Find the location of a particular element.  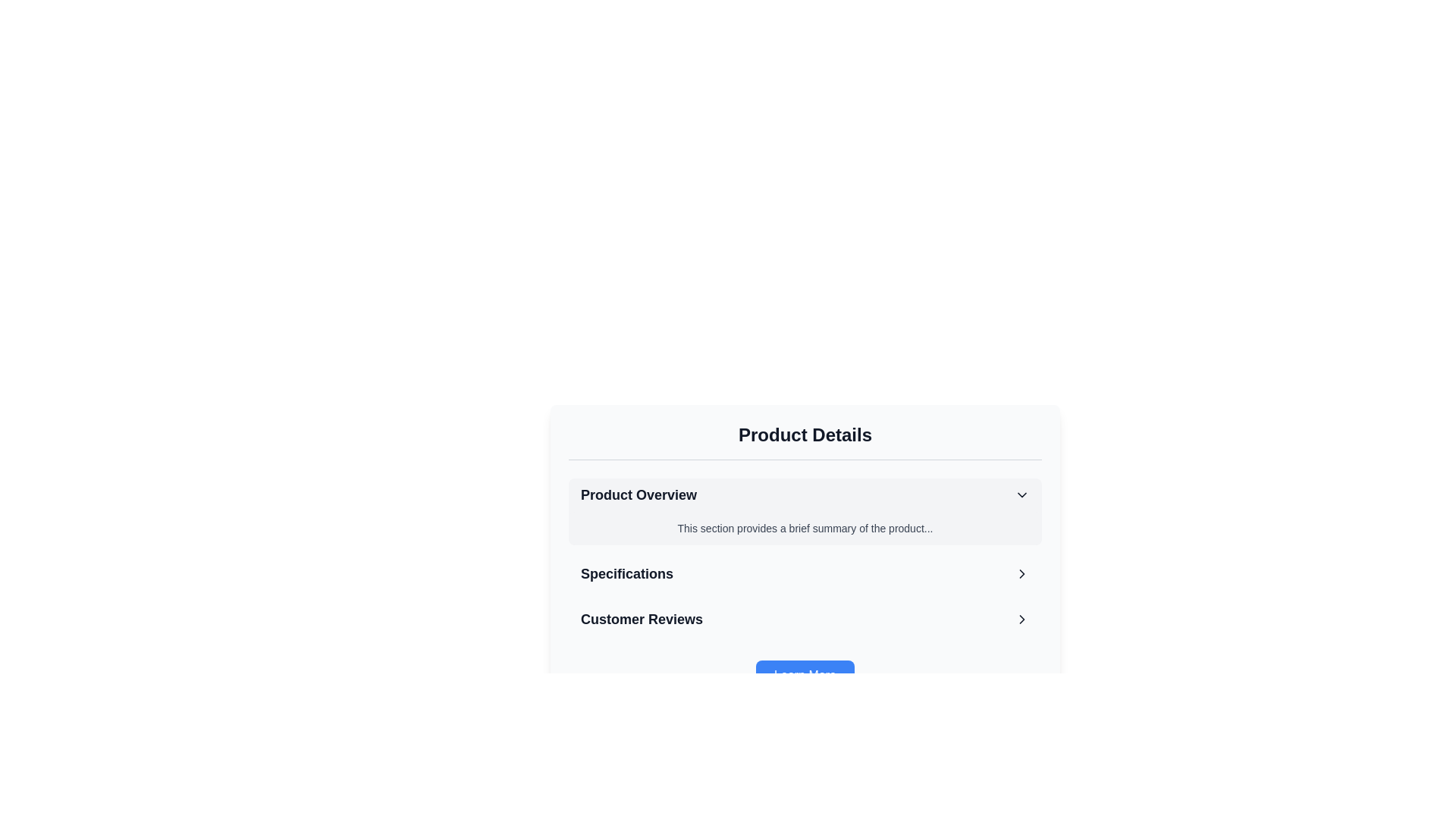

text label displaying 'Specifications', which is bold and prominently positioned between 'Product Overview' and 'Customer Reviews' is located at coordinates (626, 573).